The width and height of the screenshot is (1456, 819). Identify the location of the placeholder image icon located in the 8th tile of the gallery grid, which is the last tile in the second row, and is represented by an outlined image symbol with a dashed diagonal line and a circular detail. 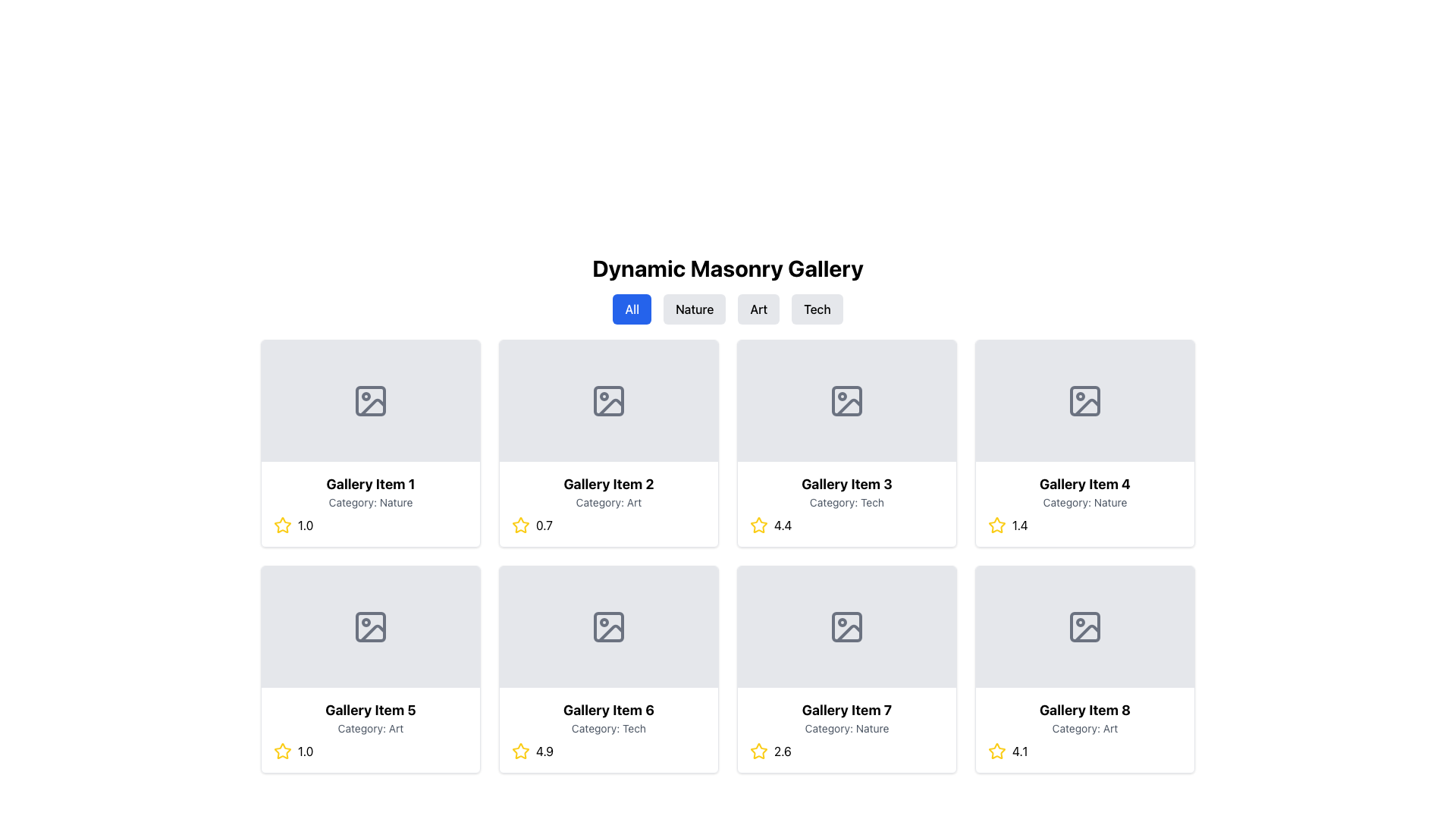
(1084, 626).